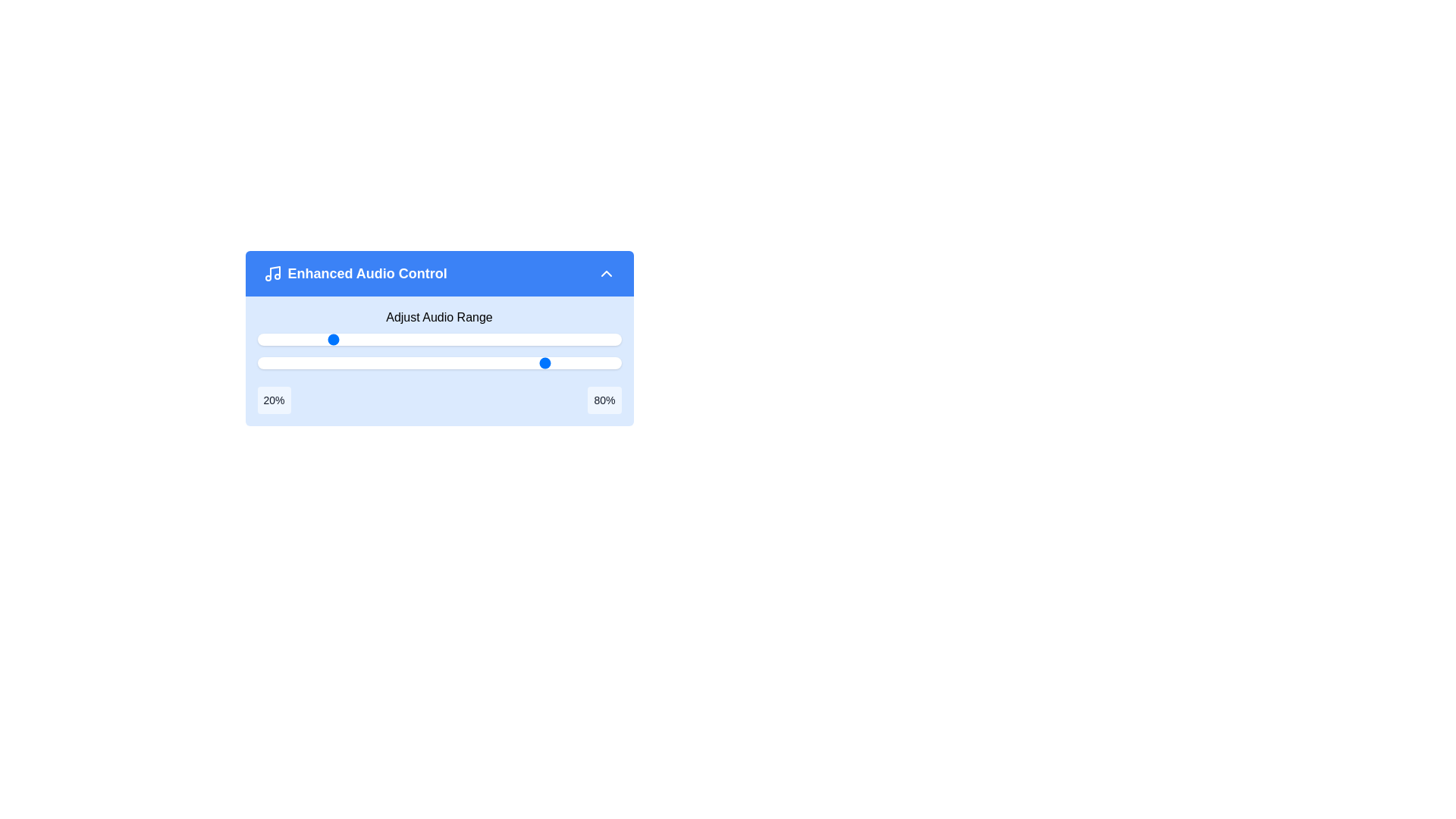 This screenshot has height=819, width=1456. What do you see at coordinates (279, 338) in the screenshot?
I see `the slider value` at bounding box center [279, 338].